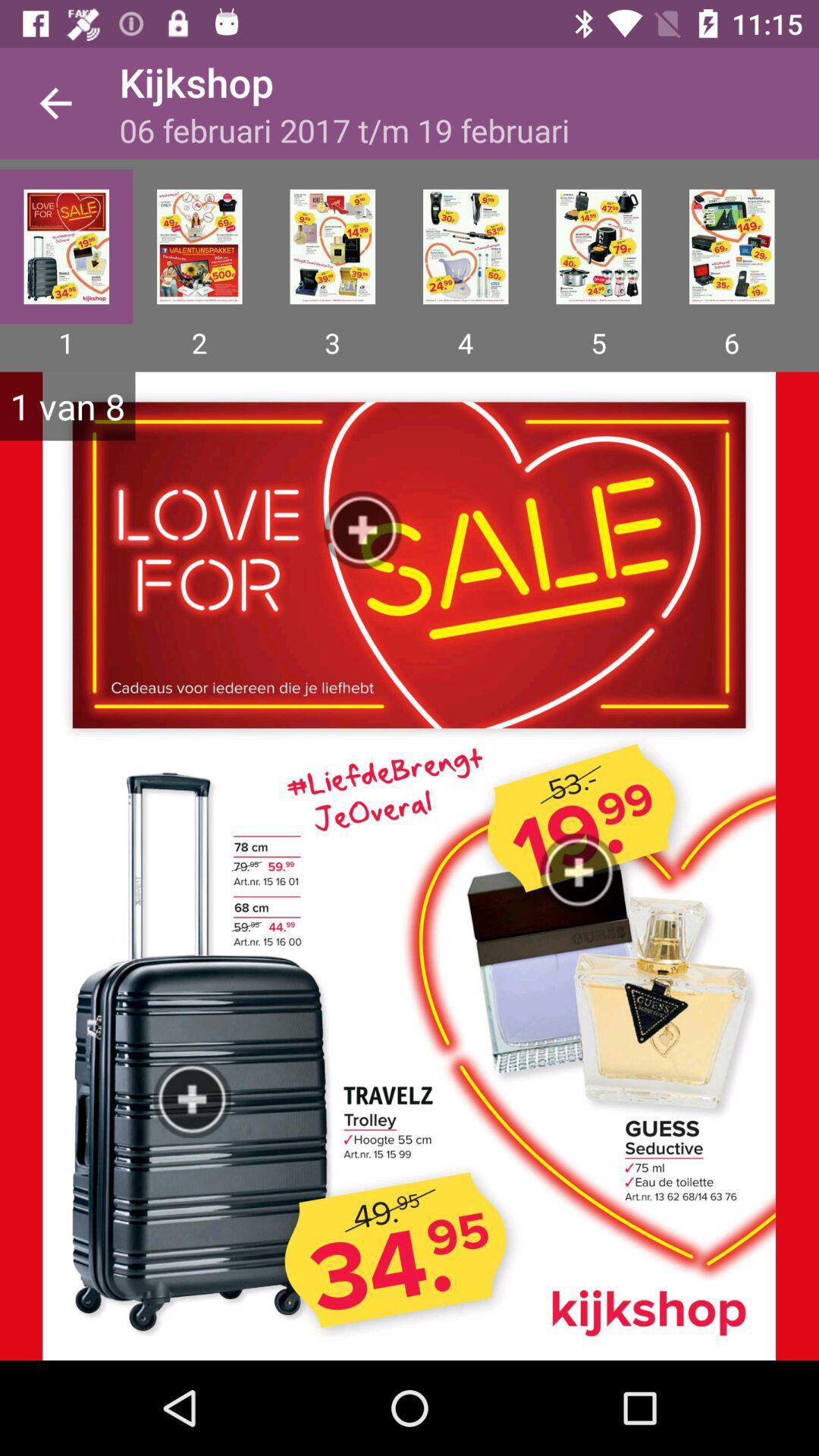 This screenshot has width=819, height=1456. What do you see at coordinates (331, 246) in the screenshot?
I see `photo` at bounding box center [331, 246].